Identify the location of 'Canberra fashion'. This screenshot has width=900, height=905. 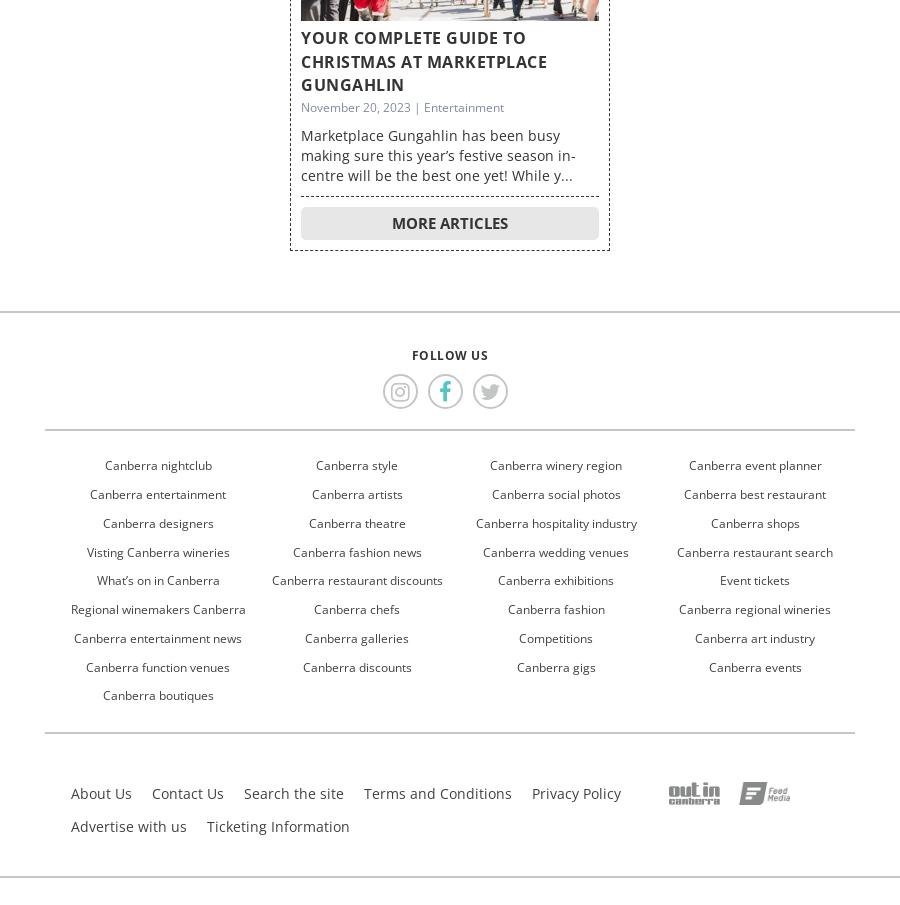
(554, 608).